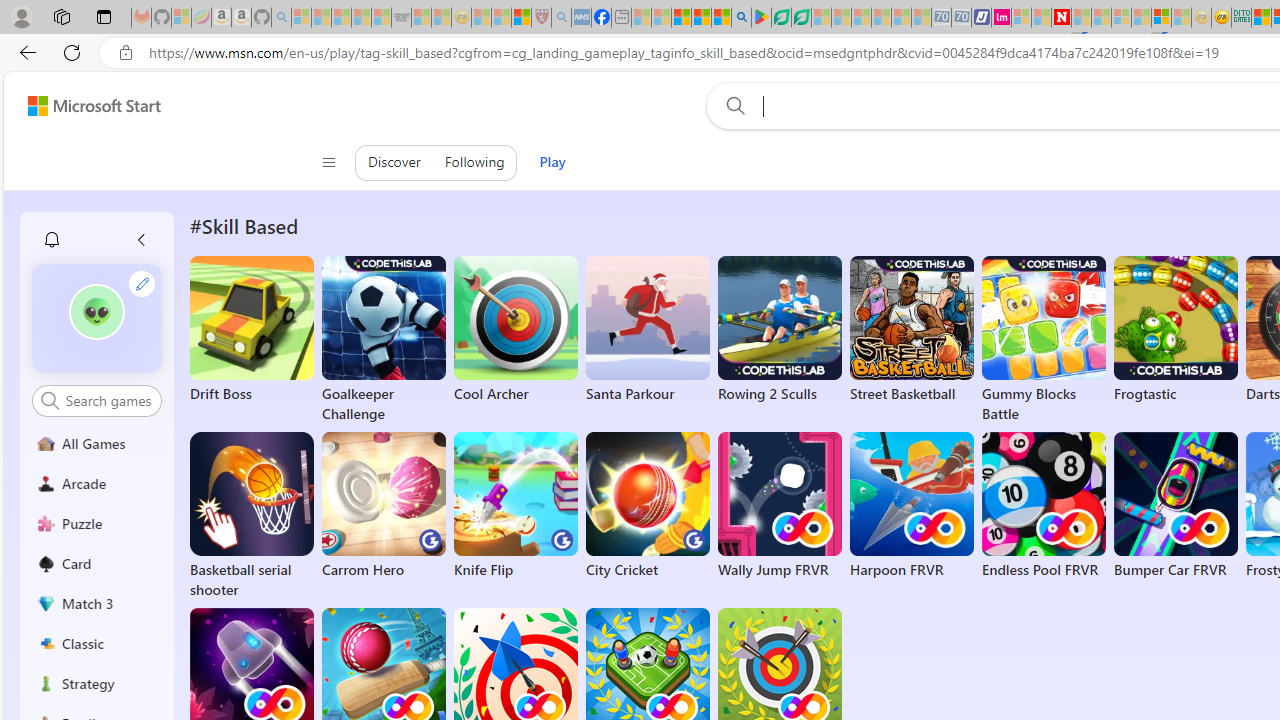 Image resolution: width=1280 pixels, height=720 pixels. What do you see at coordinates (250, 329) in the screenshot?
I see `'Drift Boss'` at bounding box center [250, 329].